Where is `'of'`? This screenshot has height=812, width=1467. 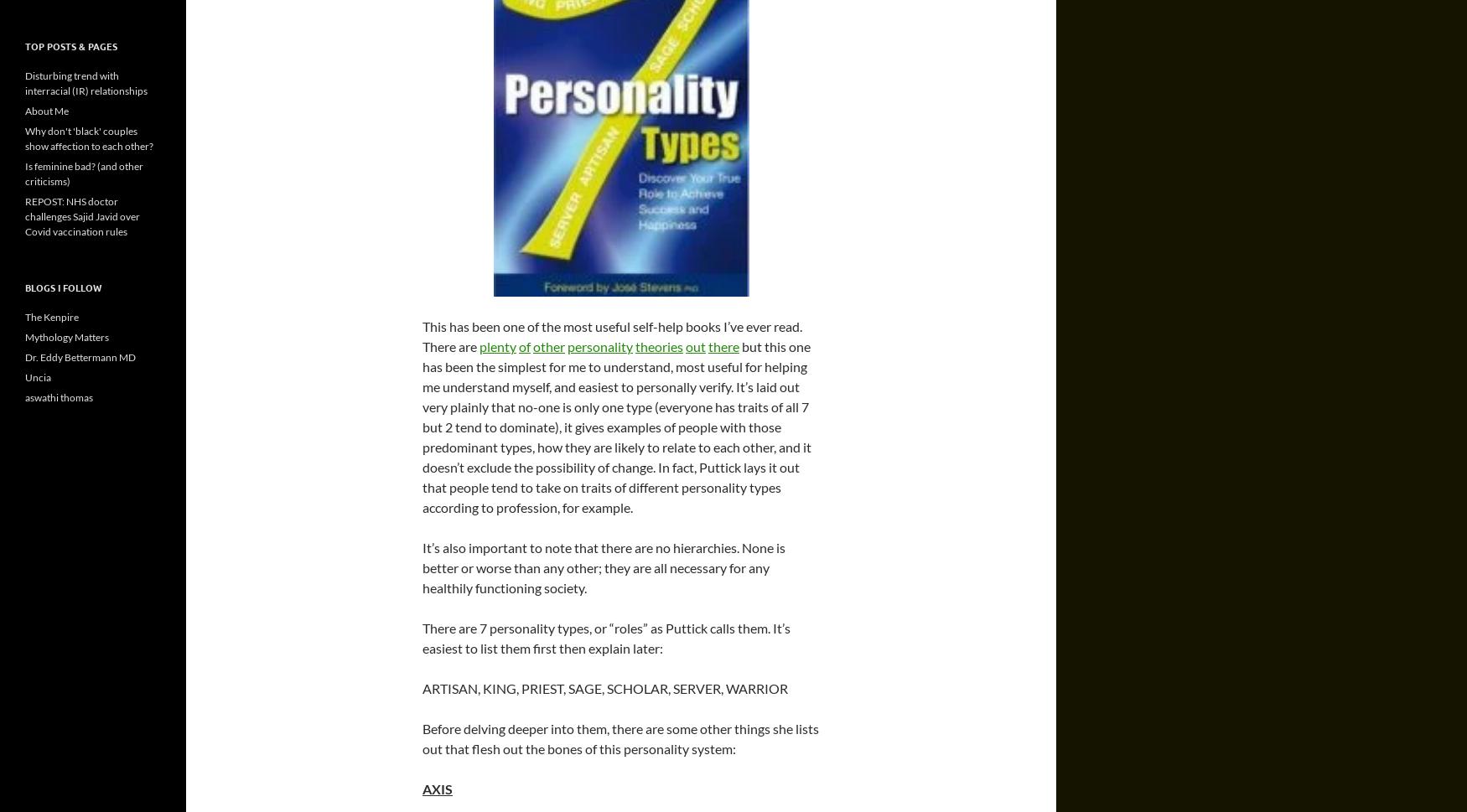 'of' is located at coordinates (524, 345).